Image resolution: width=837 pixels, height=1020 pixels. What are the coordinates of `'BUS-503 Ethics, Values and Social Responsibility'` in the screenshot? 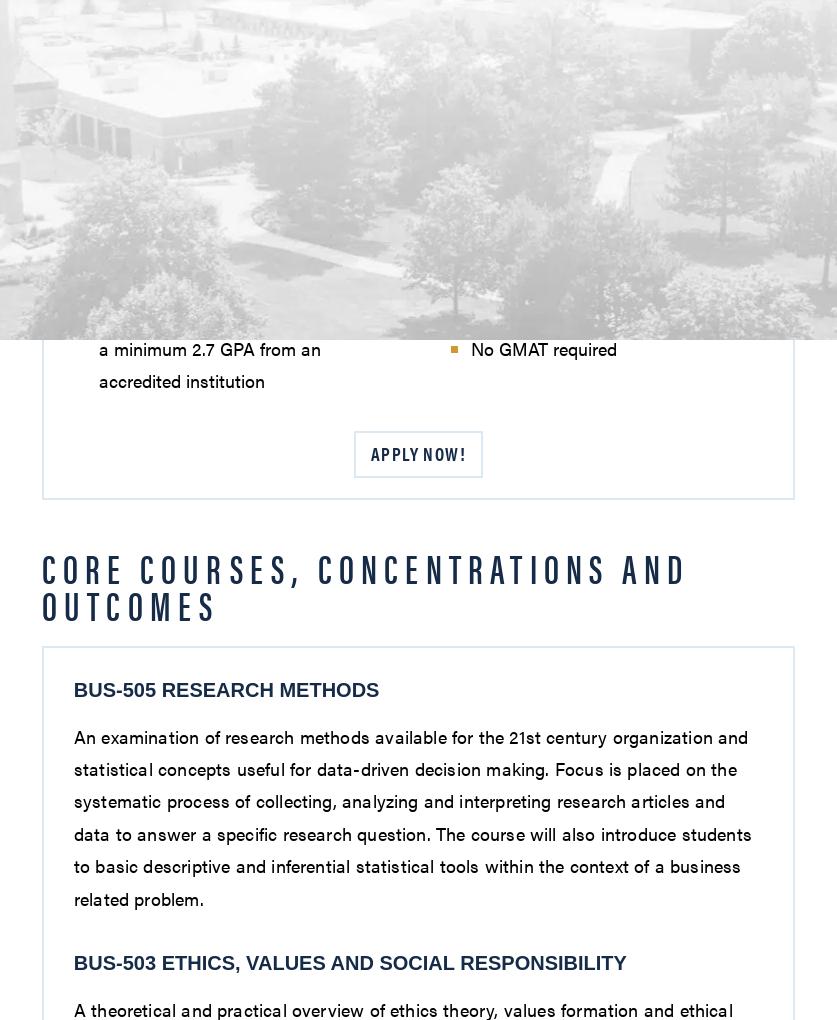 It's located at (349, 960).